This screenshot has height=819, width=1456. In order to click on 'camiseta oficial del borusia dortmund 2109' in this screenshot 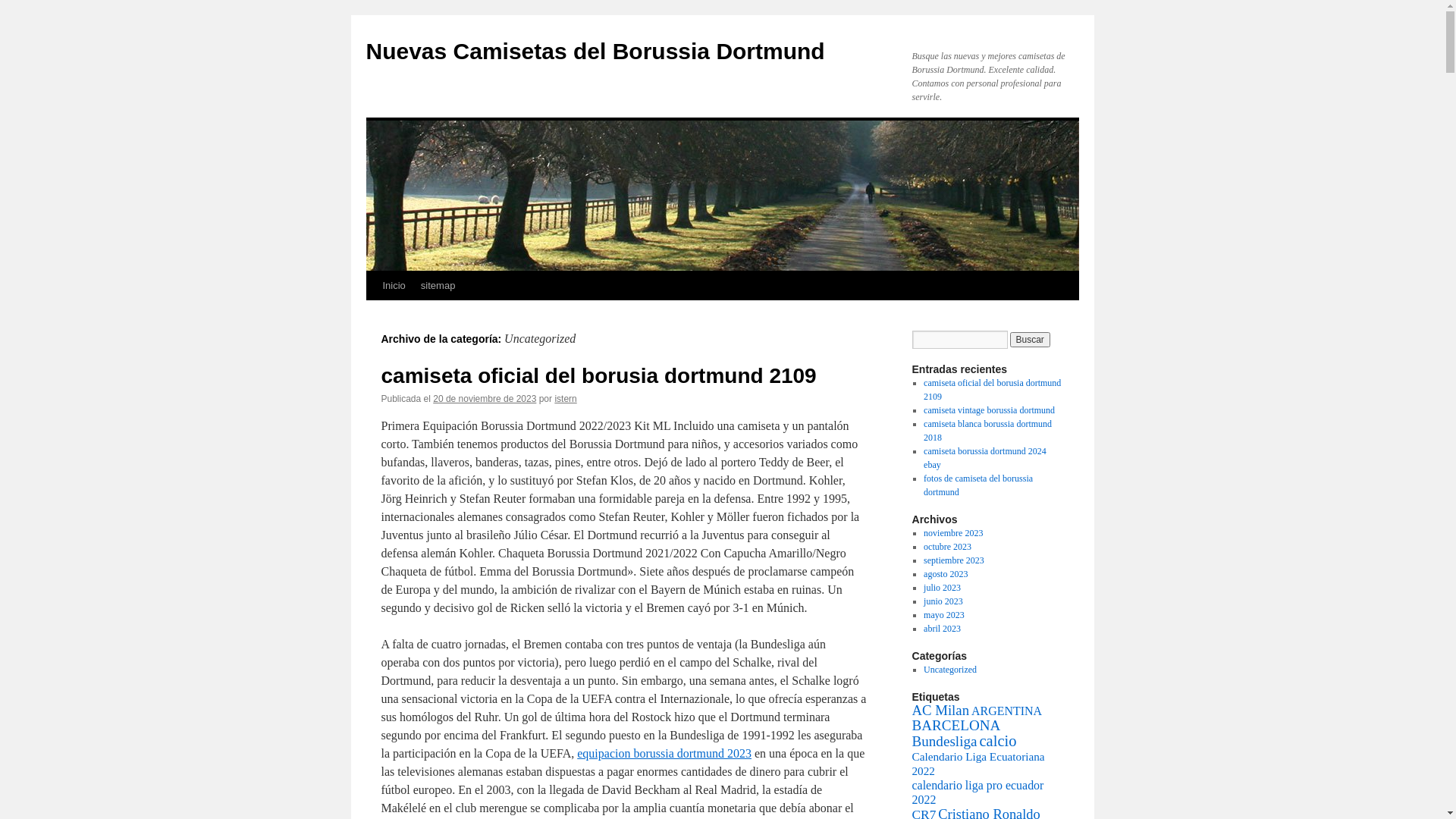, I will do `click(992, 388)`.